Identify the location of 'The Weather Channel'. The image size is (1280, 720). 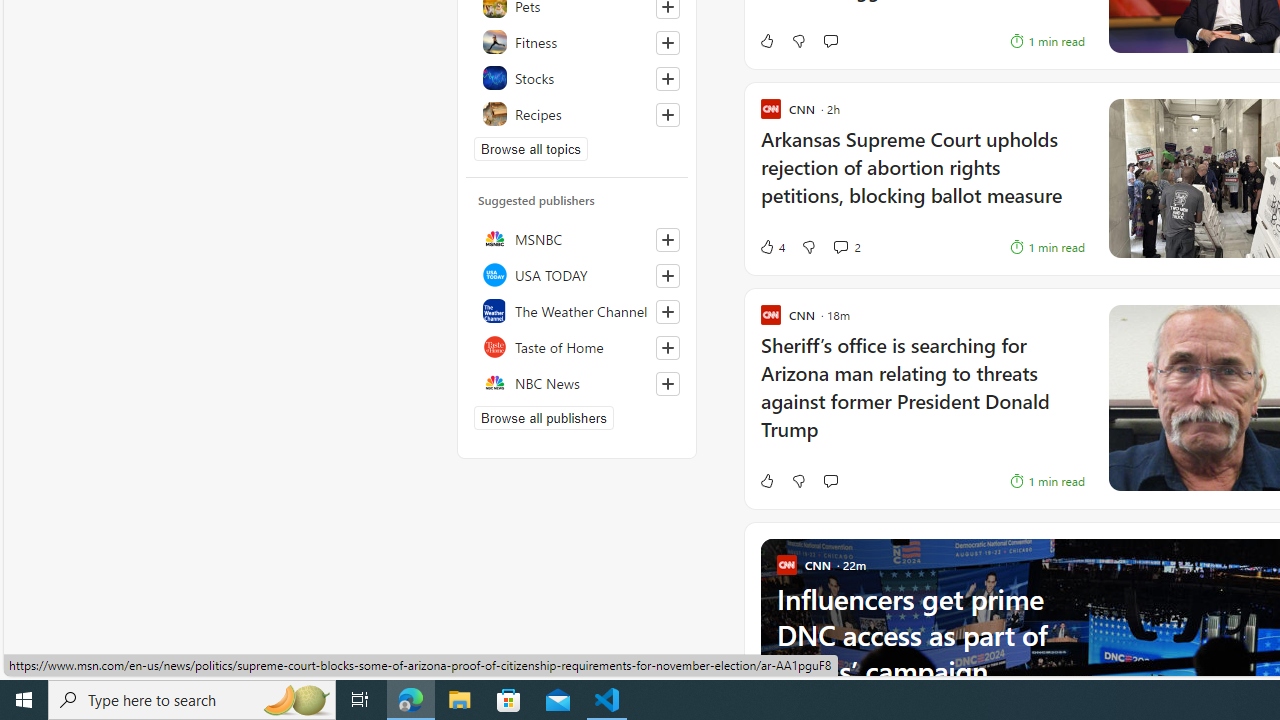
(576, 311).